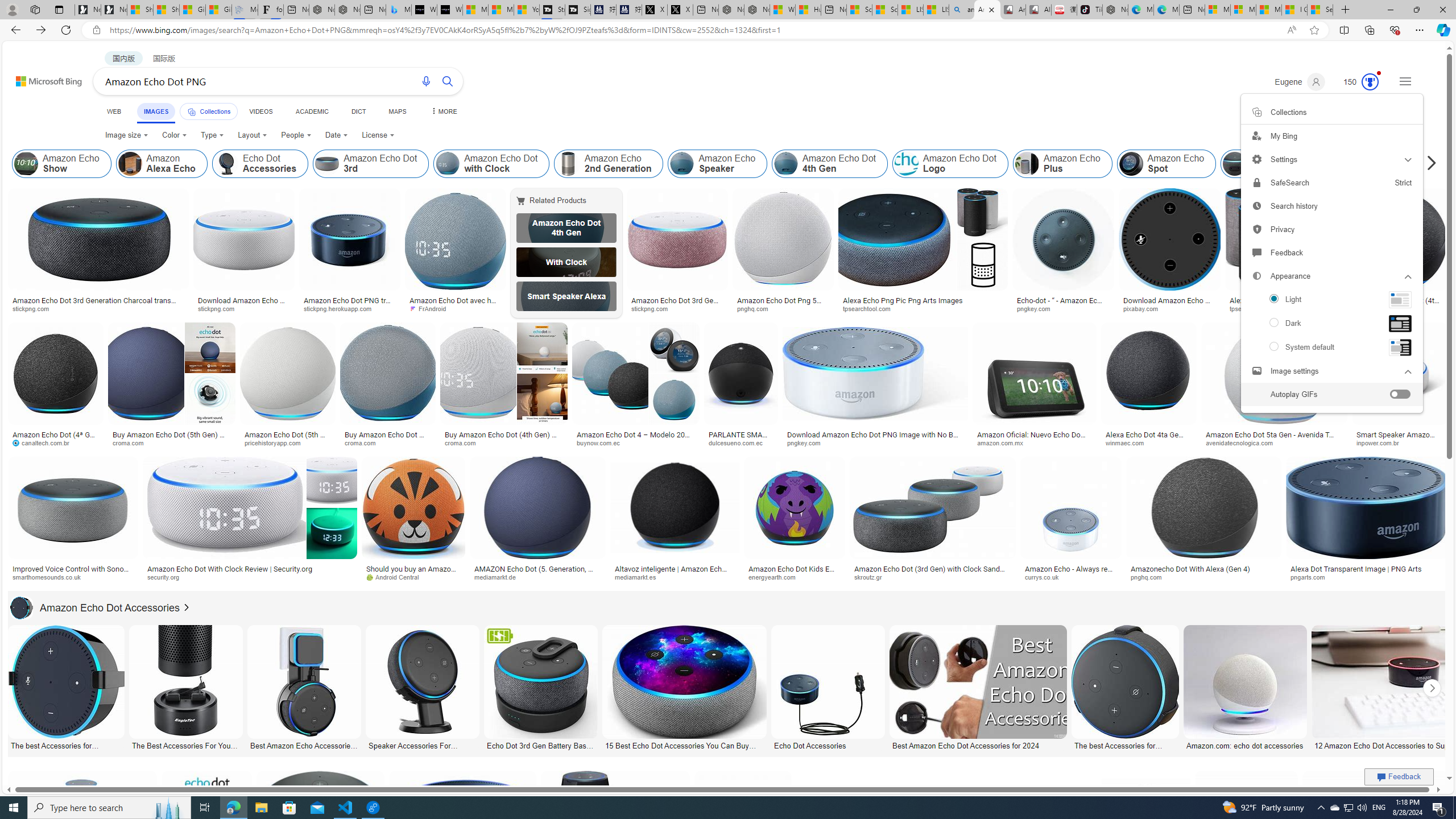 The width and height of the screenshot is (1456, 819). I want to click on 'Search history', so click(1331, 205).